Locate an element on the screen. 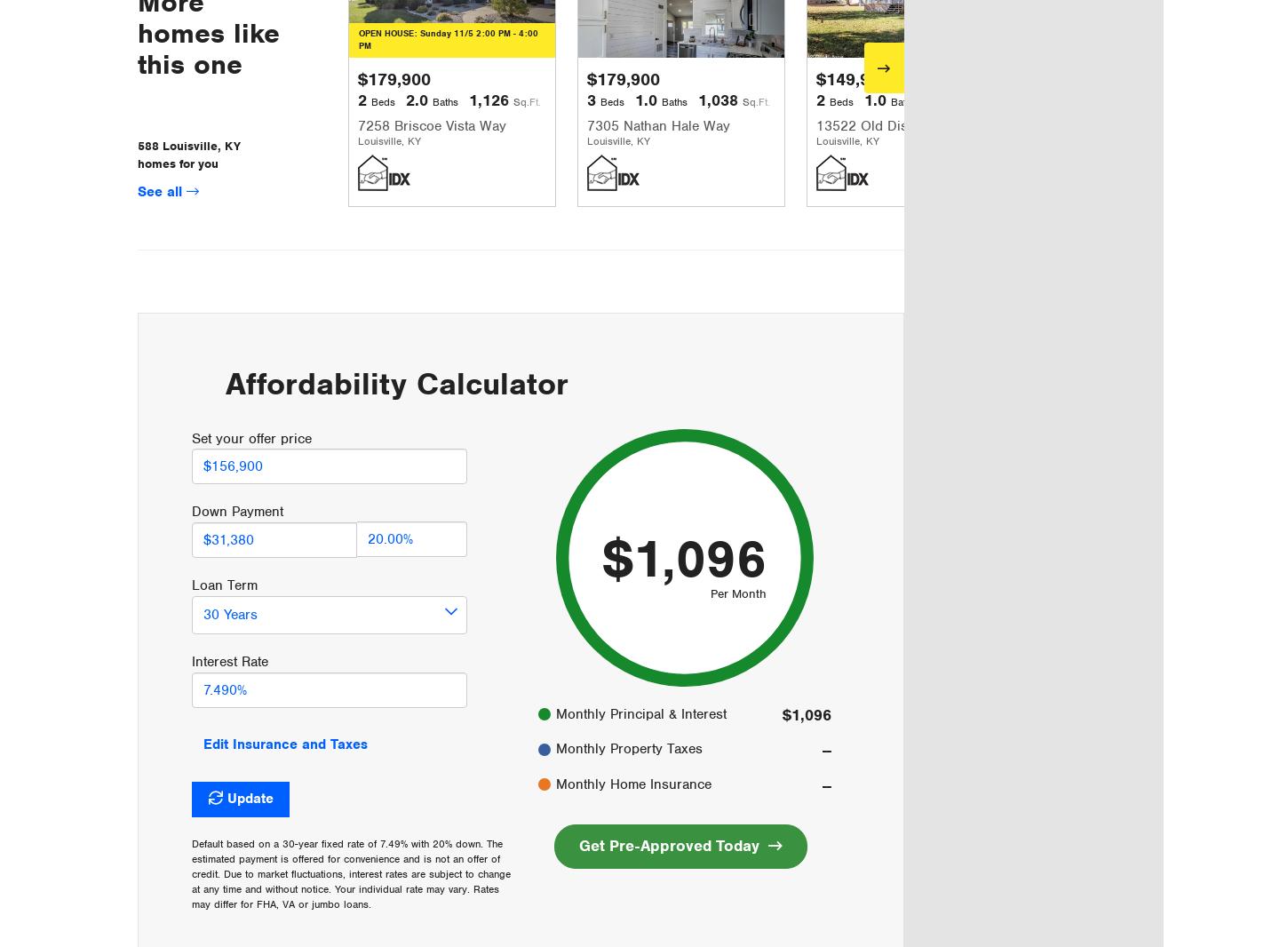 This screenshot has height=947, width=1288. 'homes for you' is located at coordinates (137, 163).